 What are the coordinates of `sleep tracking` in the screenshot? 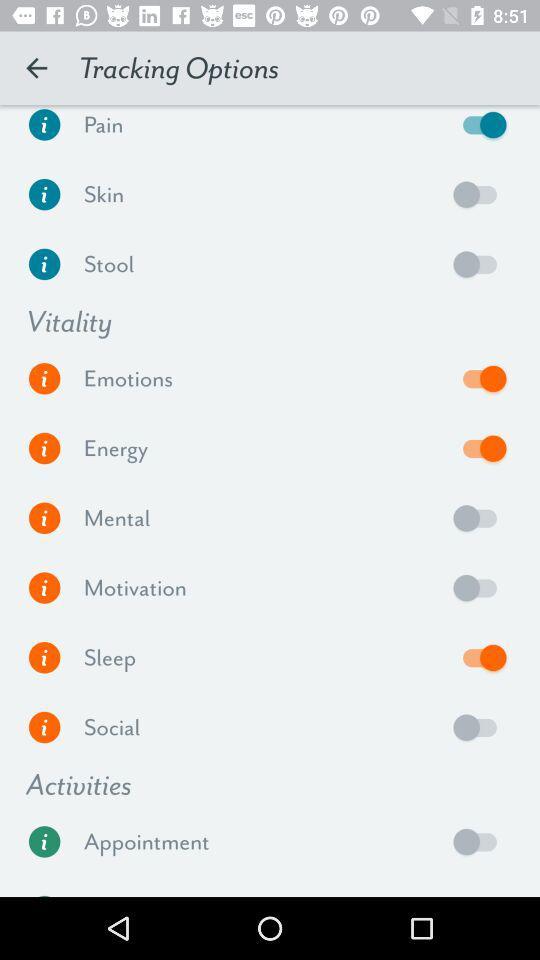 It's located at (479, 656).